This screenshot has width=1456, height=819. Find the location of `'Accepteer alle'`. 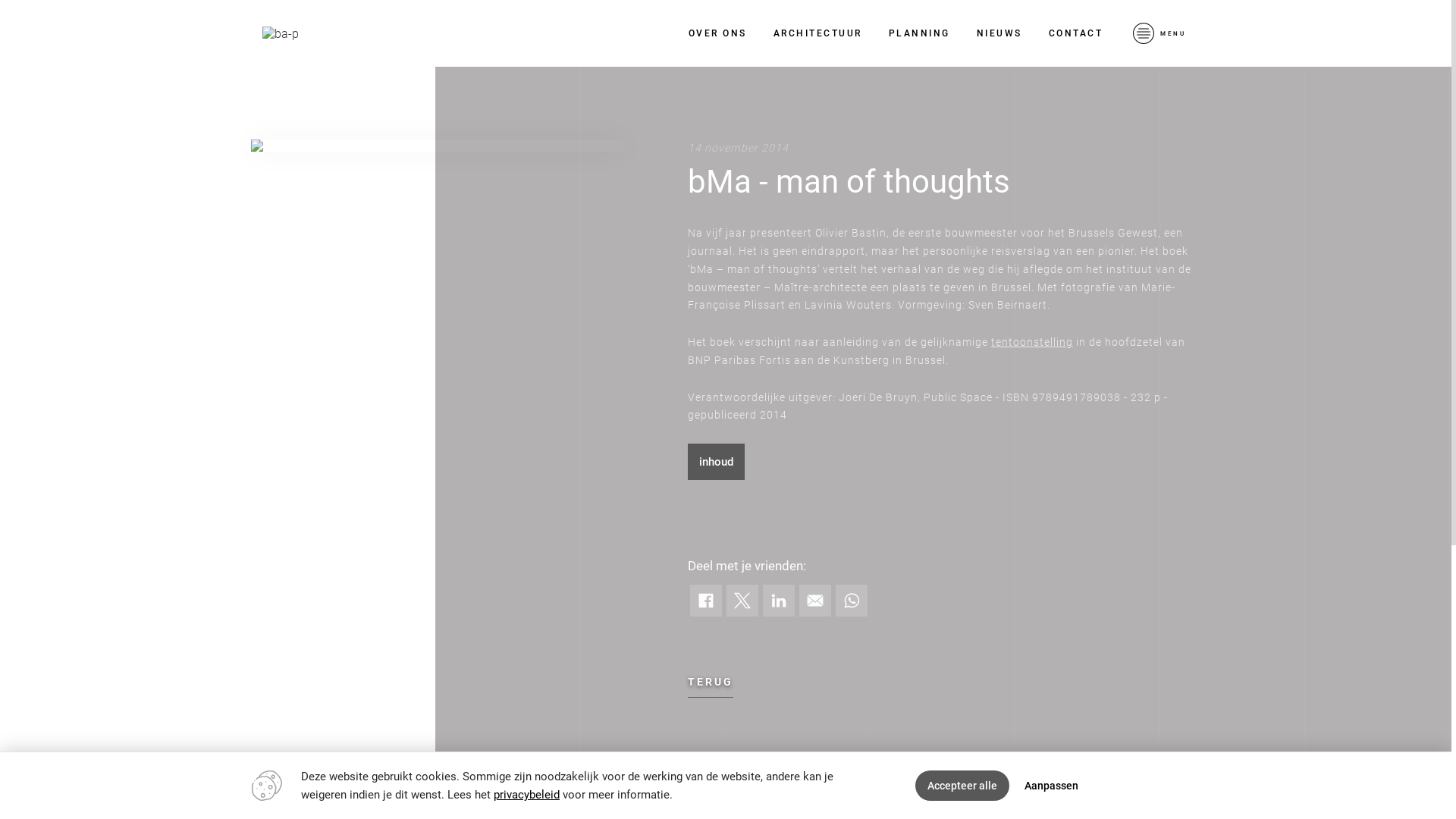

'Accepteer alle' is located at coordinates (961, 785).